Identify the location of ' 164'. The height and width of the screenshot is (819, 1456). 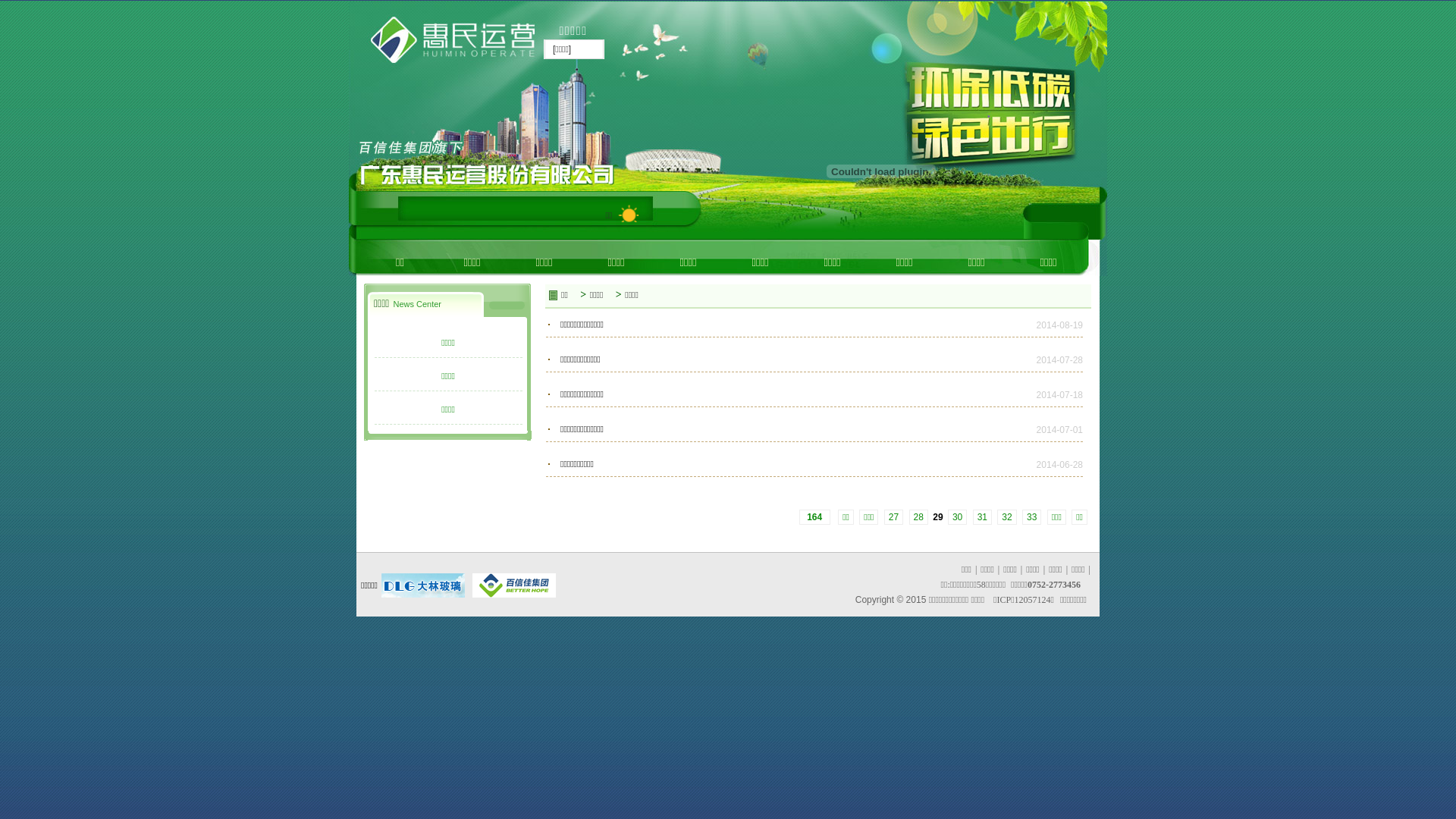
(814, 516).